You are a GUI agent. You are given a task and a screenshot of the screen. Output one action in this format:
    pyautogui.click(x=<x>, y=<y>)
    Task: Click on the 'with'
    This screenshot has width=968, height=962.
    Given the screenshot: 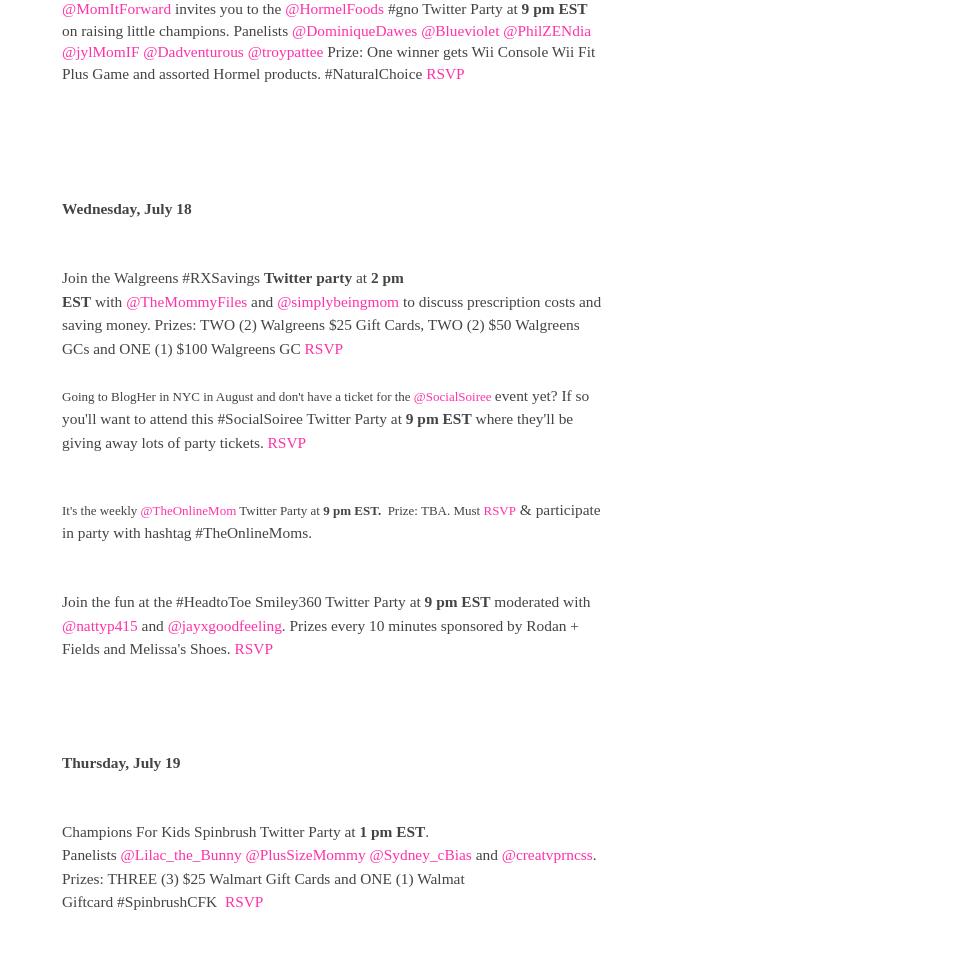 What is the action you would take?
    pyautogui.click(x=90, y=299)
    